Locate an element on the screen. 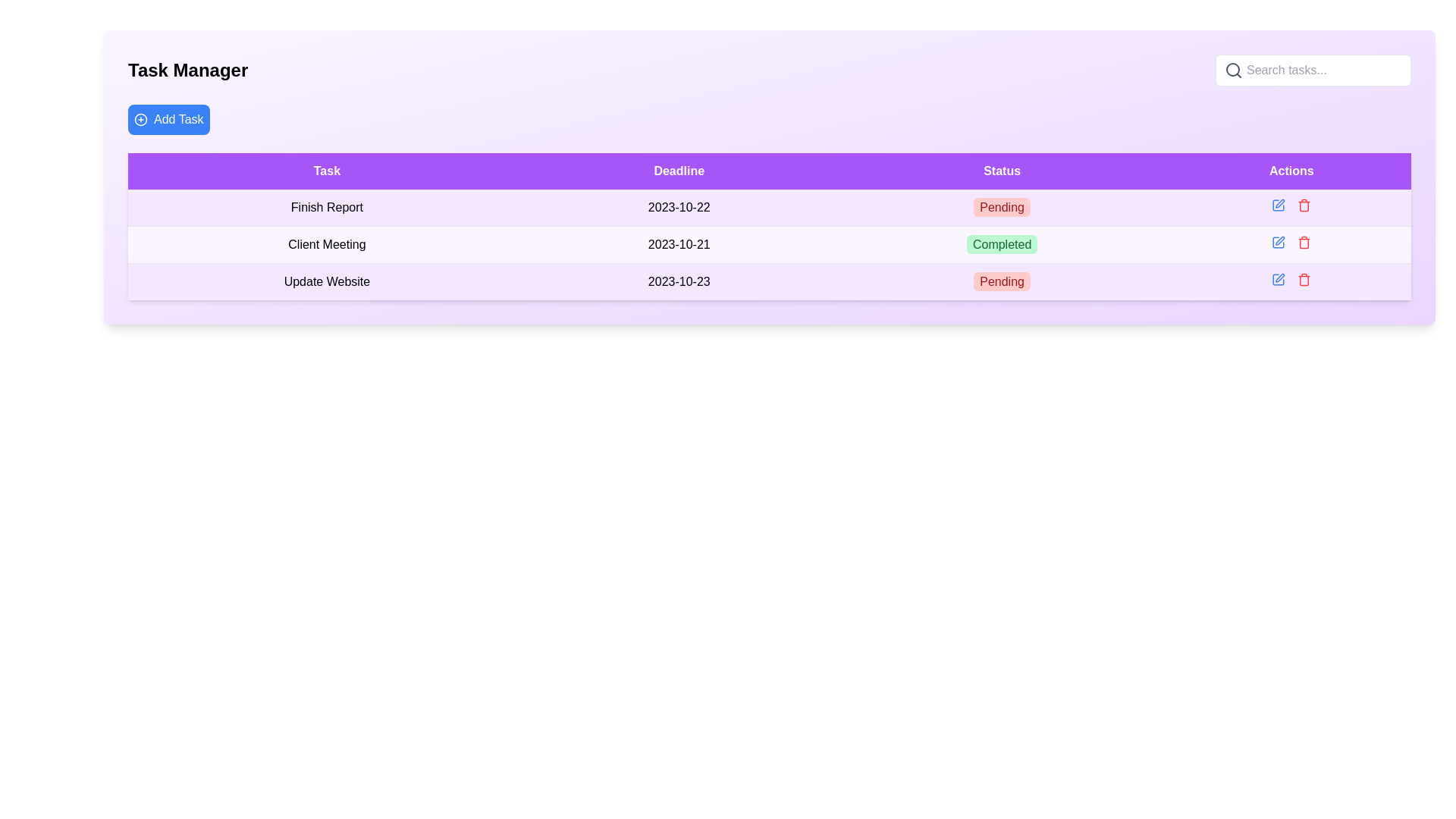 The width and height of the screenshot is (1456, 819). the pen icon representing an edit action in the 'Actions' column of the 'Update Website' row in the Task Manager interface is located at coordinates (1278, 280).